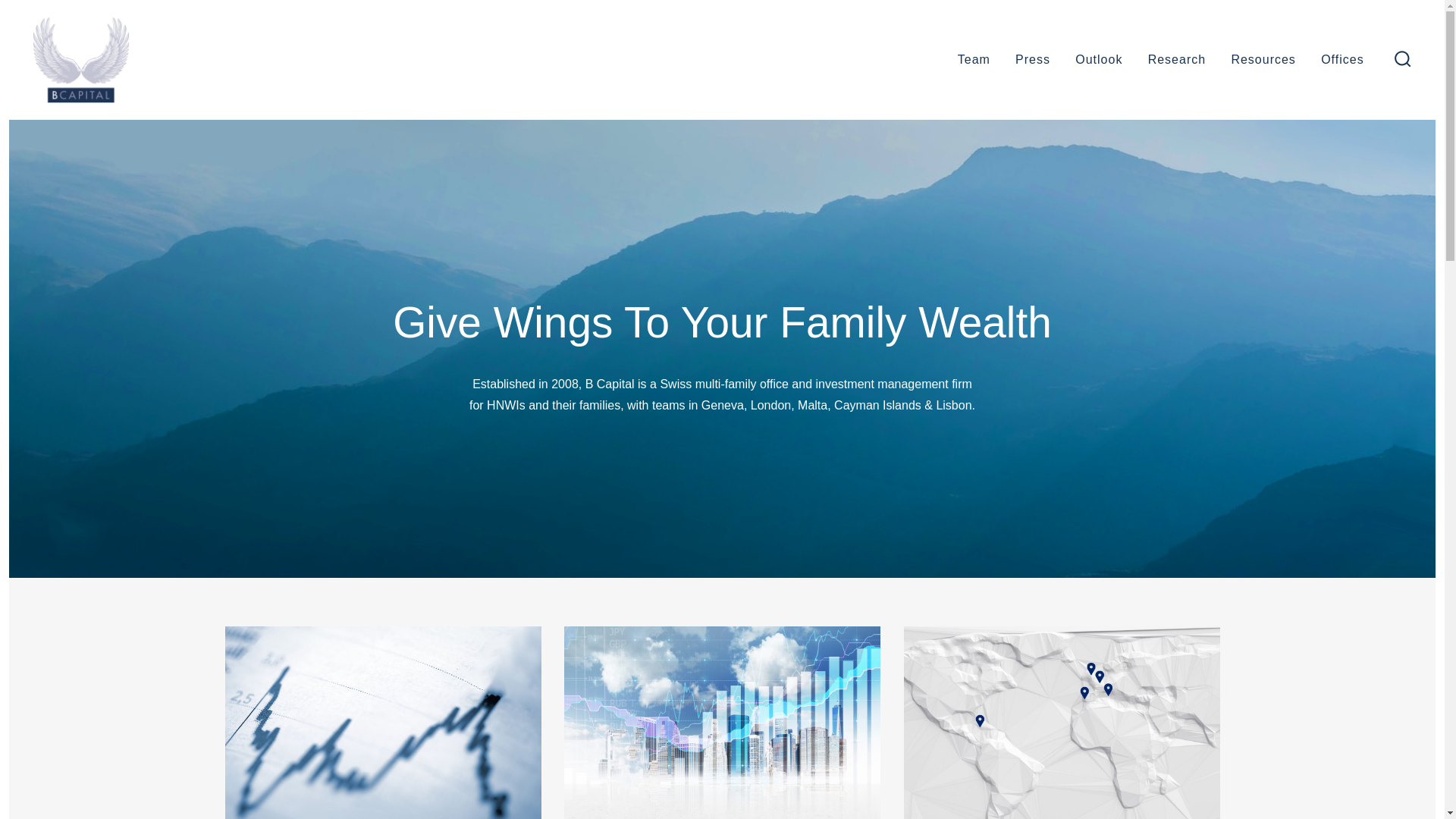 This screenshot has width=1456, height=819. What do you see at coordinates (1342, 59) in the screenshot?
I see `'Offices'` at bounding box center [1342, 59].